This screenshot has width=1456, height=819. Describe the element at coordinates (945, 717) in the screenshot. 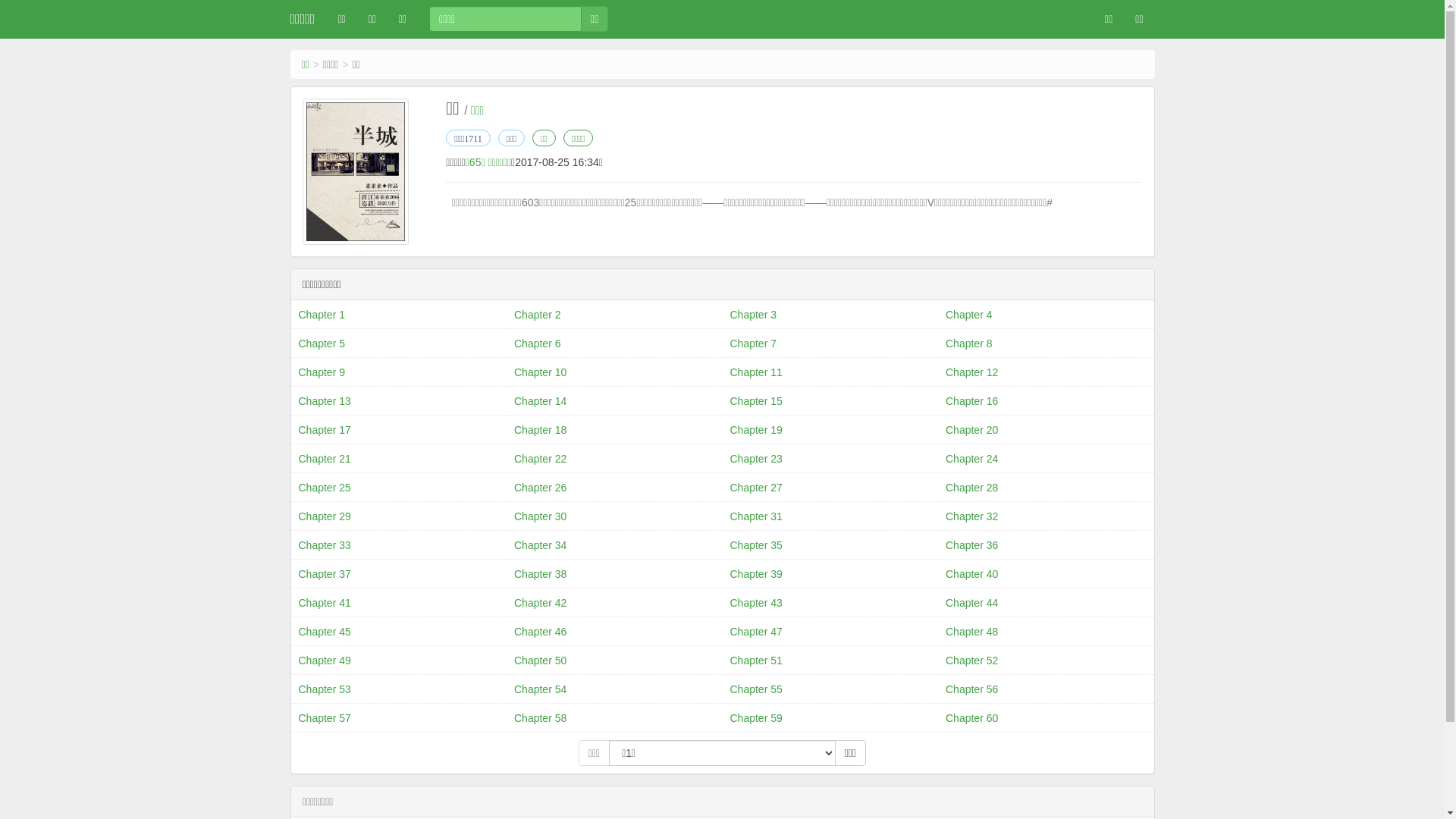

I see `'Chapter 60'` at that location.